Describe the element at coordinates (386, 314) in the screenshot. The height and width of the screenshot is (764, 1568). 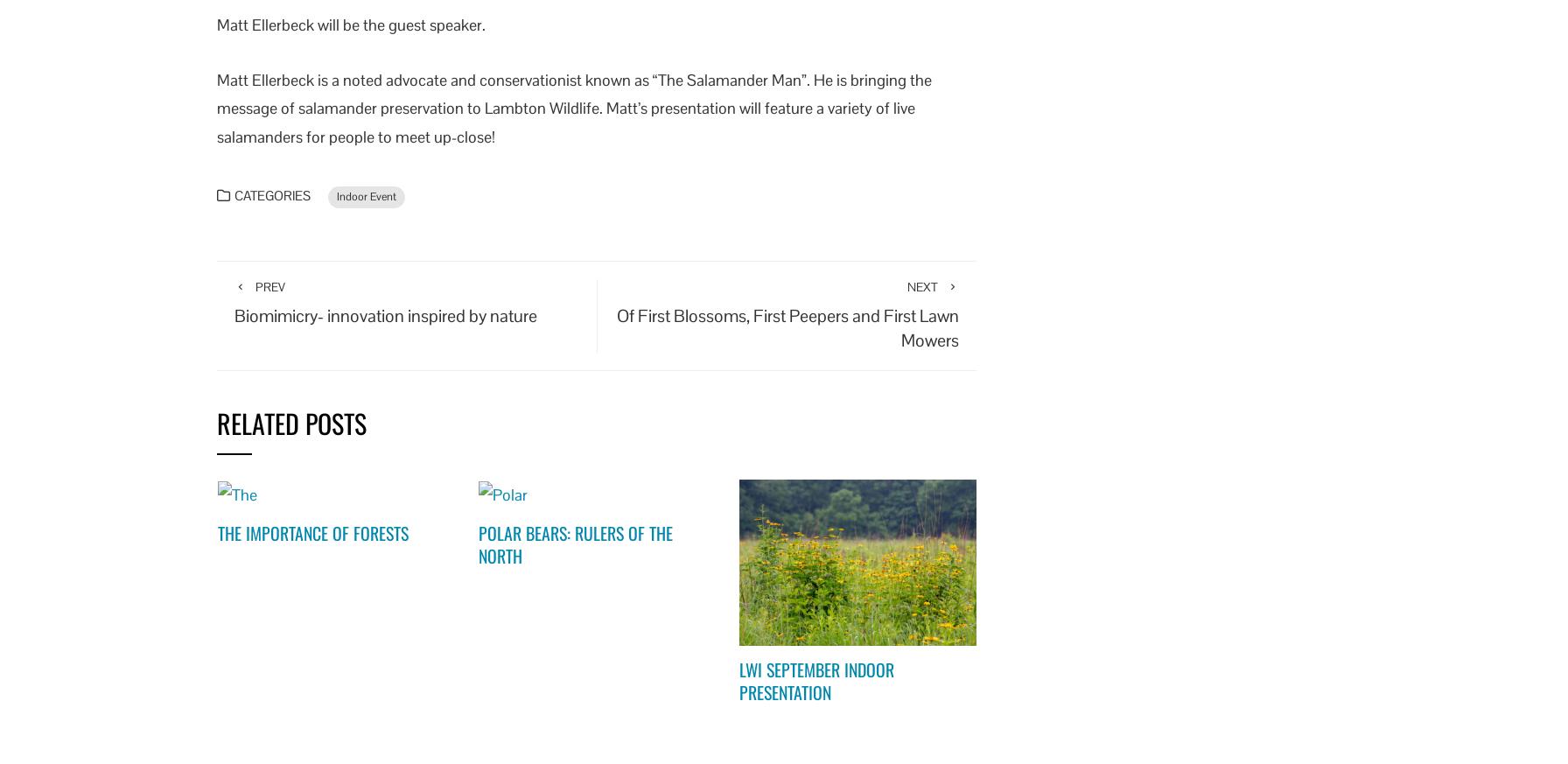
I see `'Biomimicry- innovation inspired by nature'` at that location.